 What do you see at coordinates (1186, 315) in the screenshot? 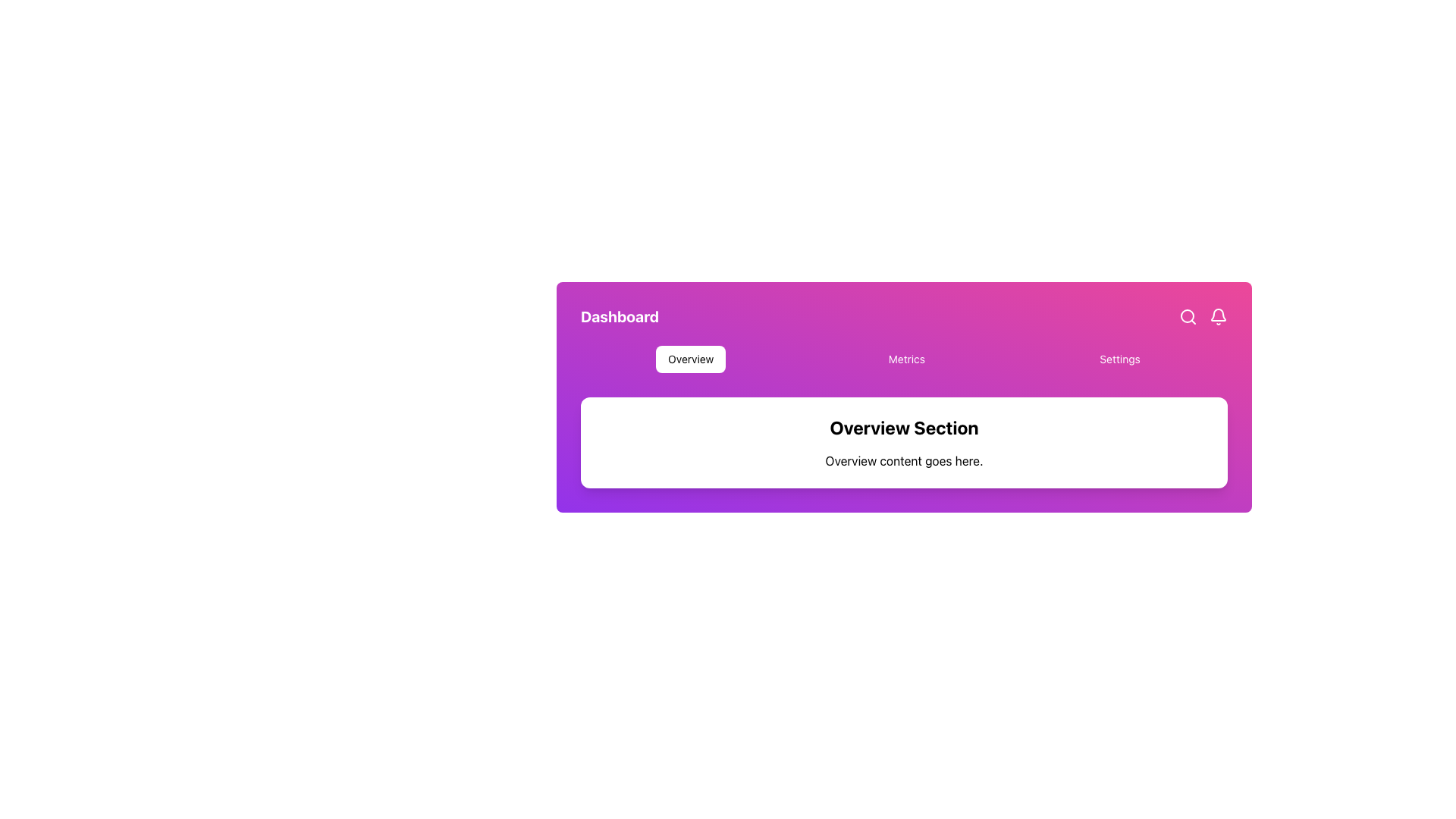
I see `the circular SVG element that is part of the magnifying glass icon located in the top-right corner of the interface` at bounding box center [1186, 315].